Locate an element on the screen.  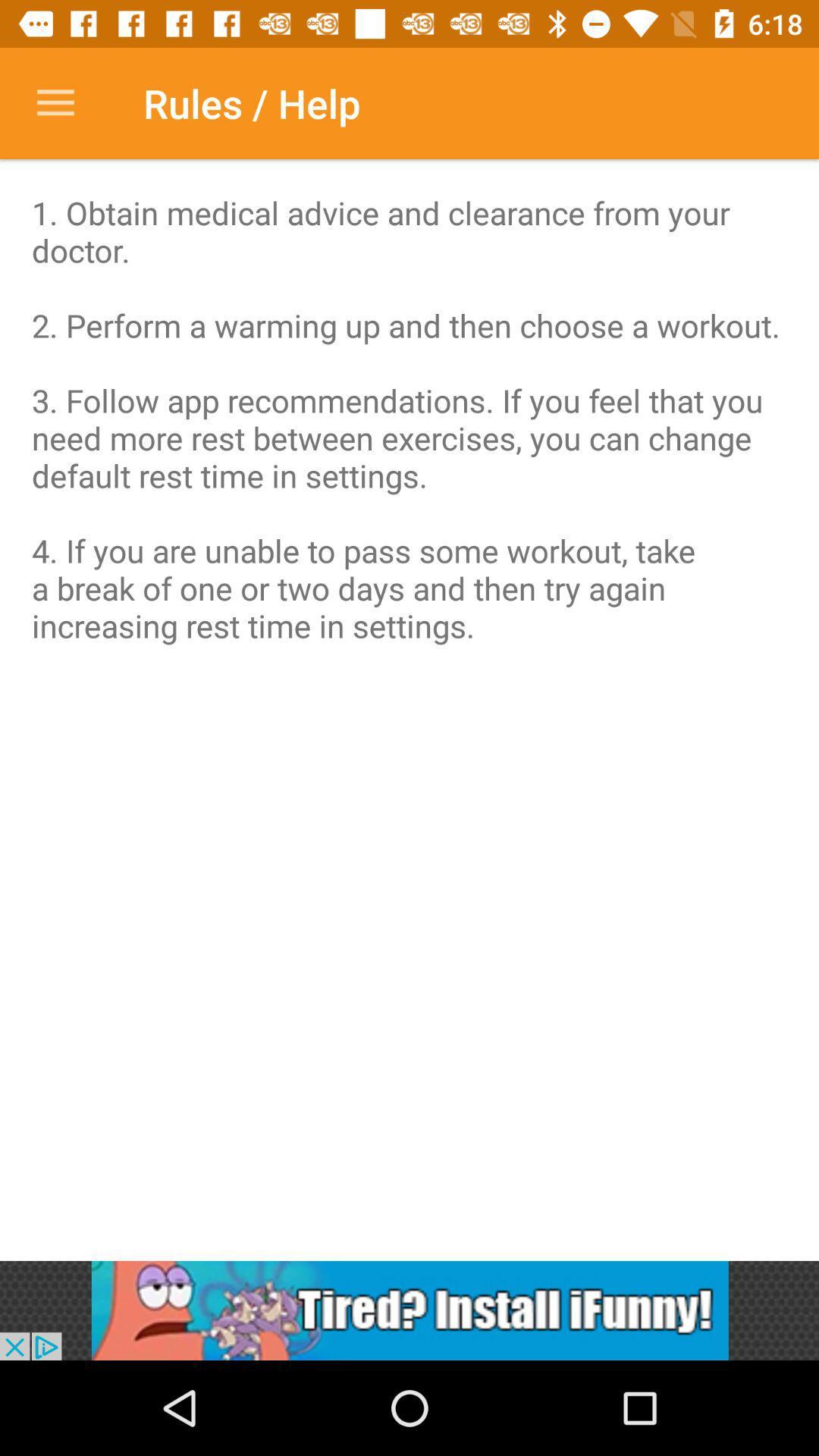
click advertisement is located at coordinates (409, 1310).